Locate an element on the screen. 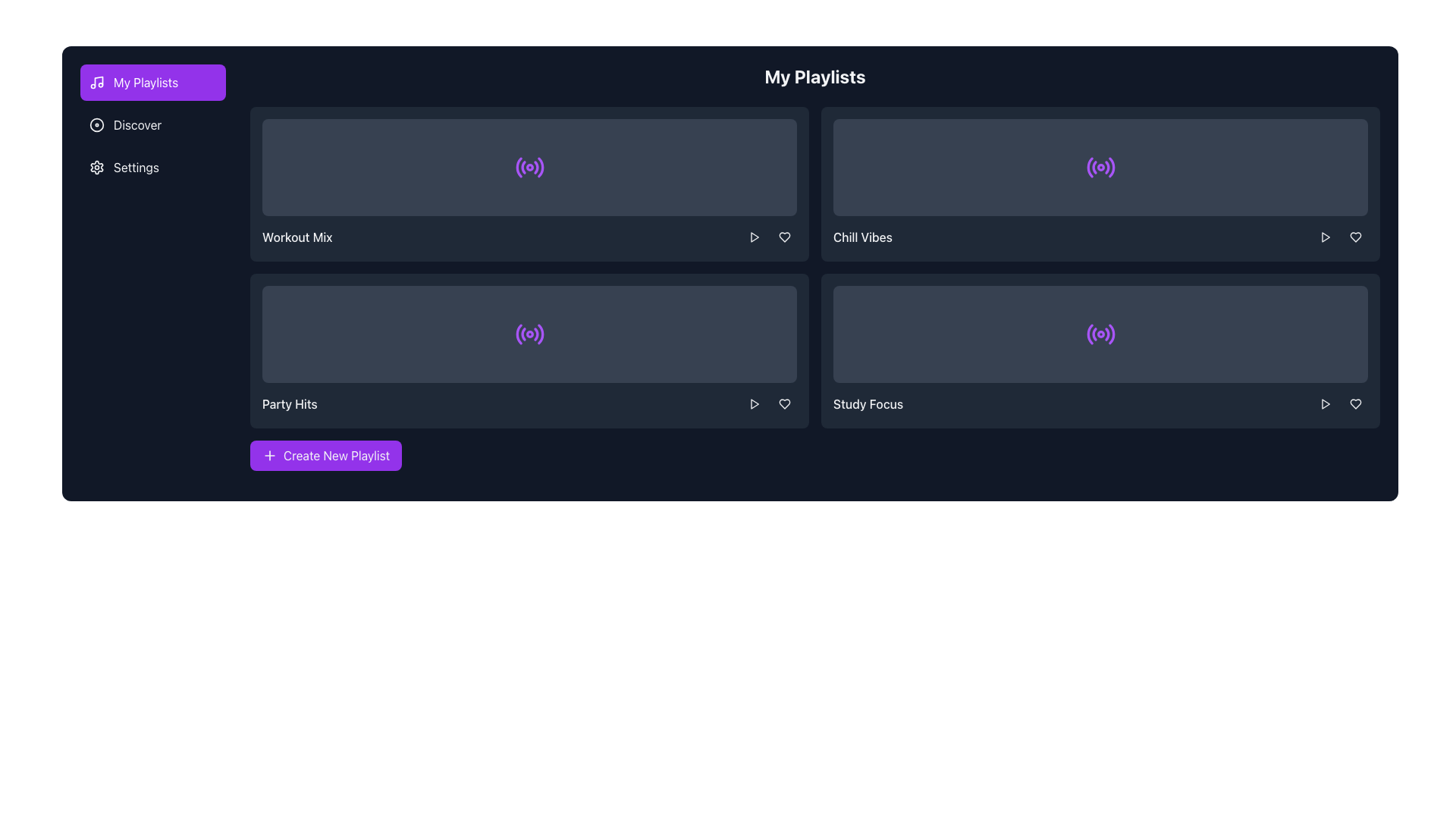  the 'My Playlists' button in the vertical navigation bar is located at coordinates (146, 82).